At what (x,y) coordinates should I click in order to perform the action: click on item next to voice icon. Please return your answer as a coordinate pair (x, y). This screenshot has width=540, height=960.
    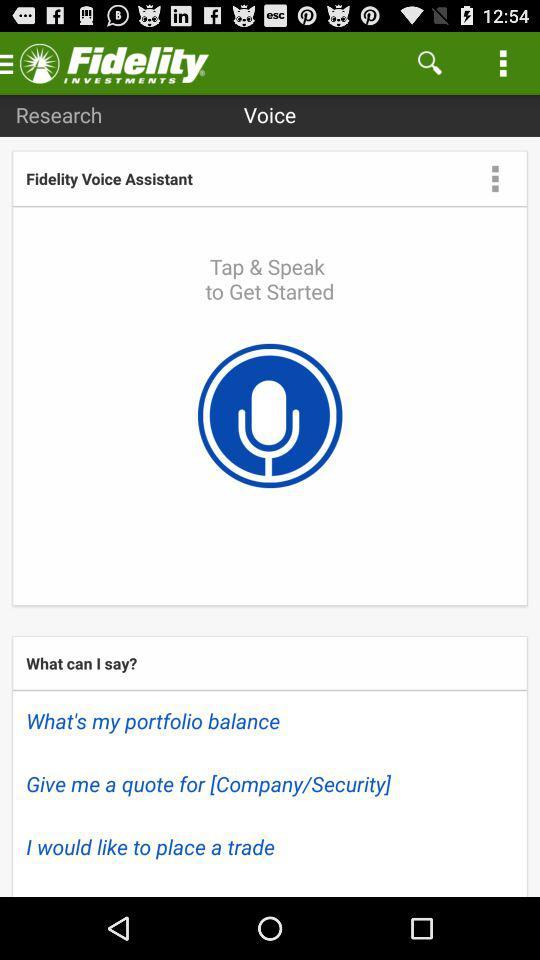
    Looking at the image, I should click on (59, 114).